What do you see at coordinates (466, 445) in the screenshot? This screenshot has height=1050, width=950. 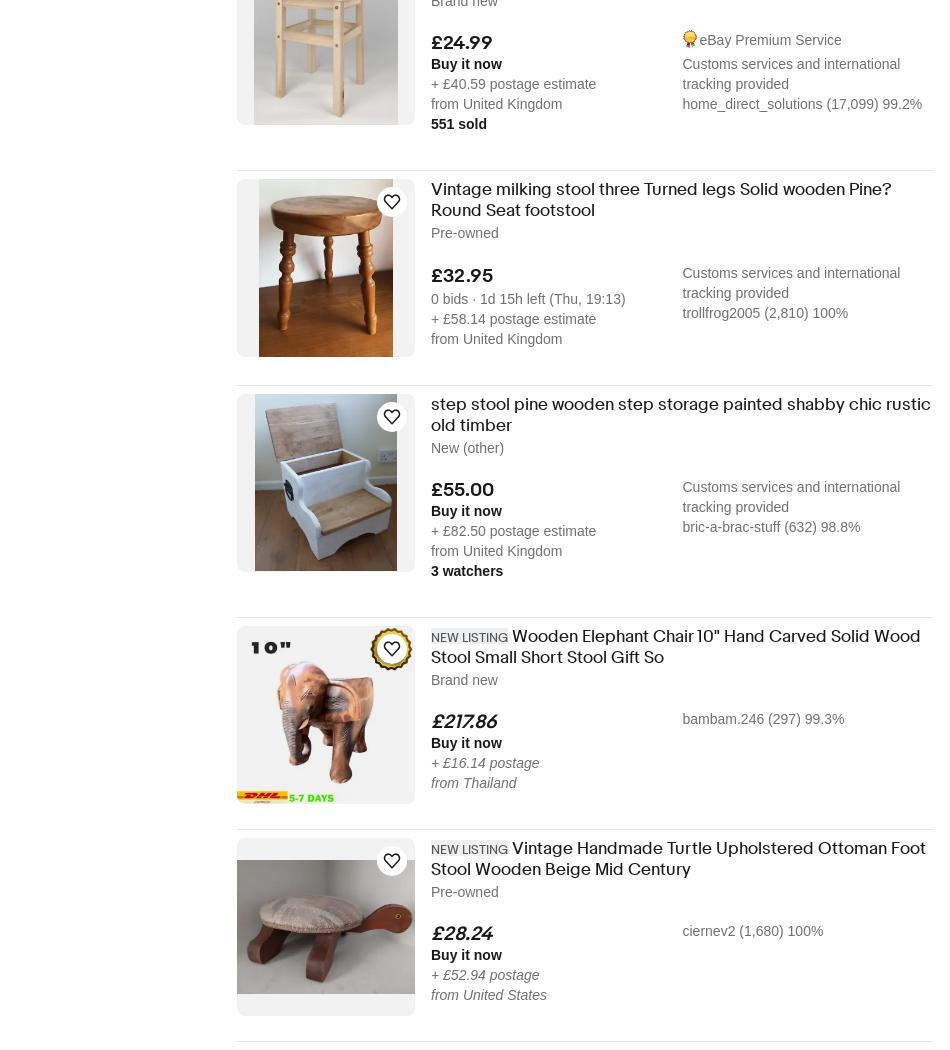 I see `'New (other)'` at bounding box center [466, 445].